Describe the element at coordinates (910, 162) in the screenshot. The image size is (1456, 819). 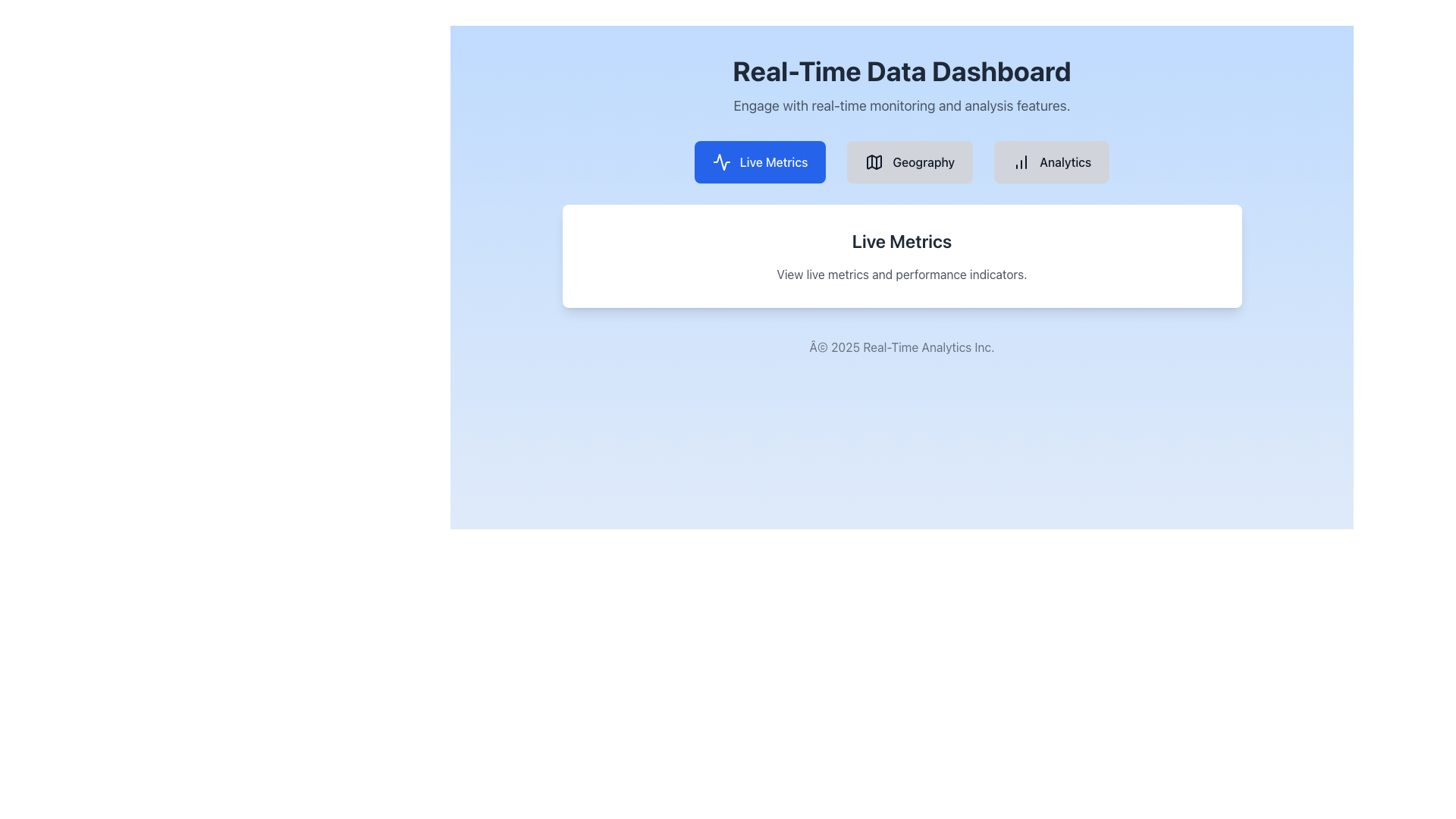
I see `the second button in the horizontal group of buttons below the heading 'Real-Time Data Dashboard' to trigger the hover effect` at that location.